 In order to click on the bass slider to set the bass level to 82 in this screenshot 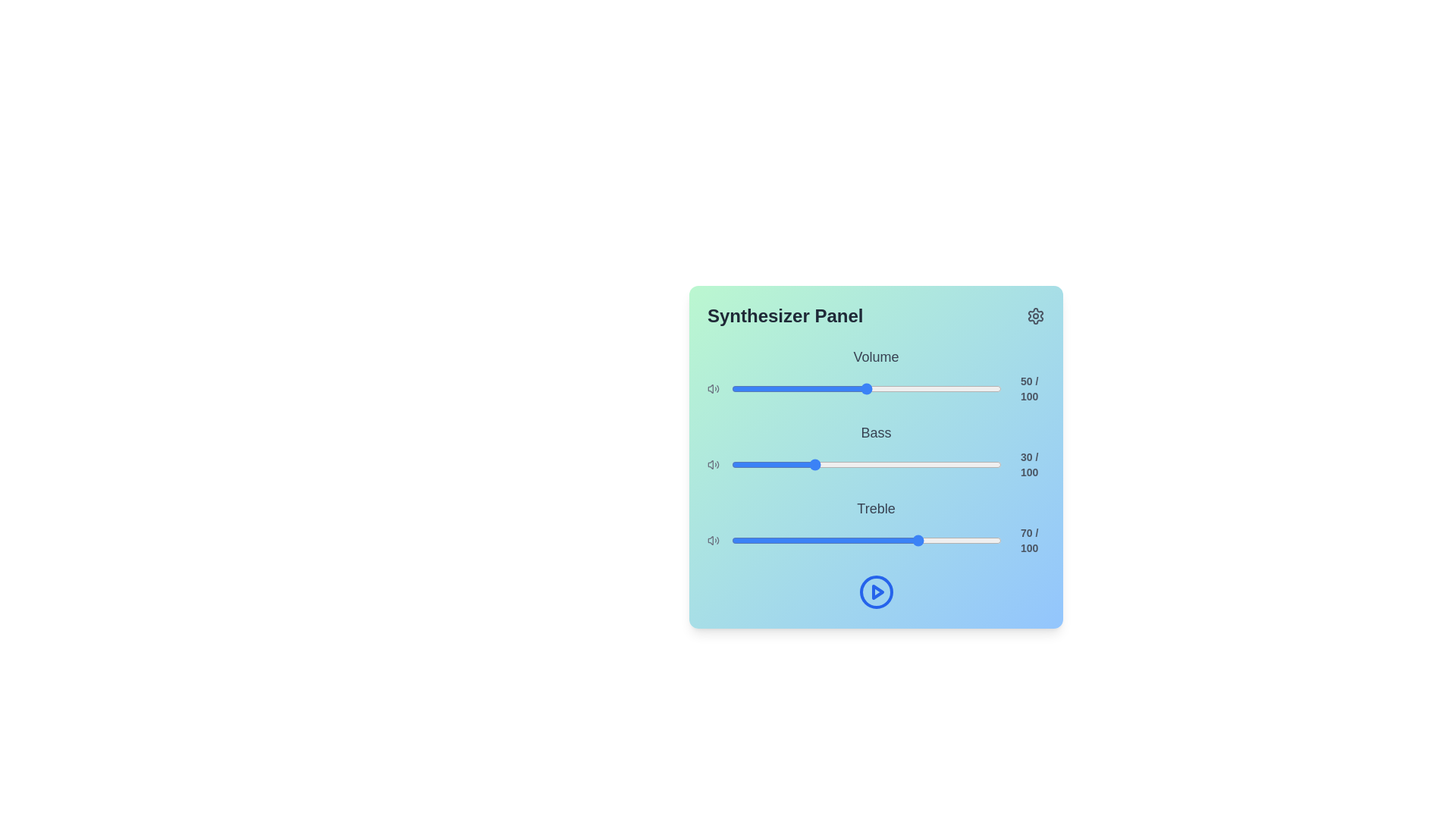, I will do `click(952, 464)`.